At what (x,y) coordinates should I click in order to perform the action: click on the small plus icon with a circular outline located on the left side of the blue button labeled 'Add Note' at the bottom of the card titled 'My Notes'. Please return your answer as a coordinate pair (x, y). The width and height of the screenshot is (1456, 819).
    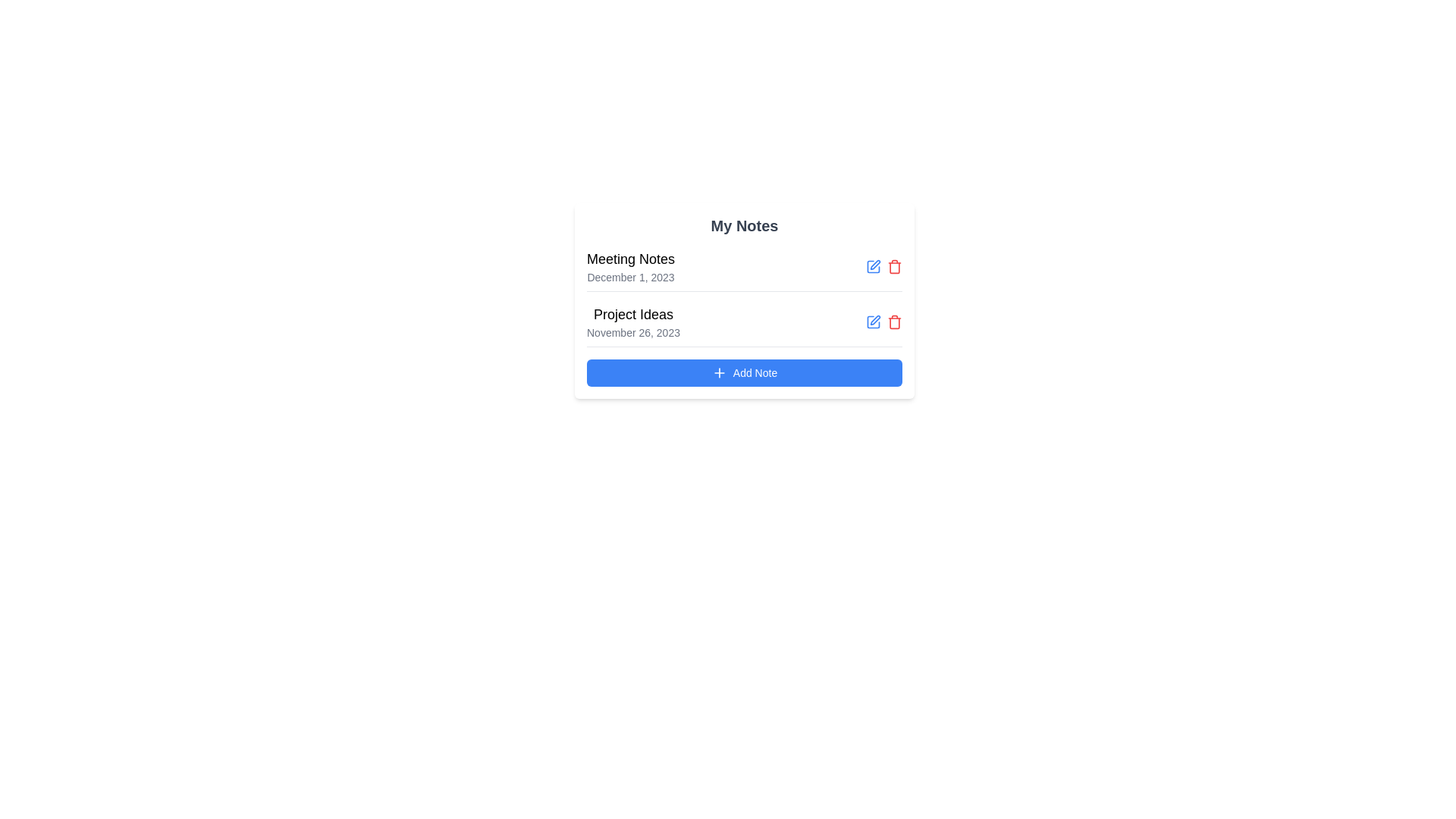
    Looking at the image, I should click on (718, 373).